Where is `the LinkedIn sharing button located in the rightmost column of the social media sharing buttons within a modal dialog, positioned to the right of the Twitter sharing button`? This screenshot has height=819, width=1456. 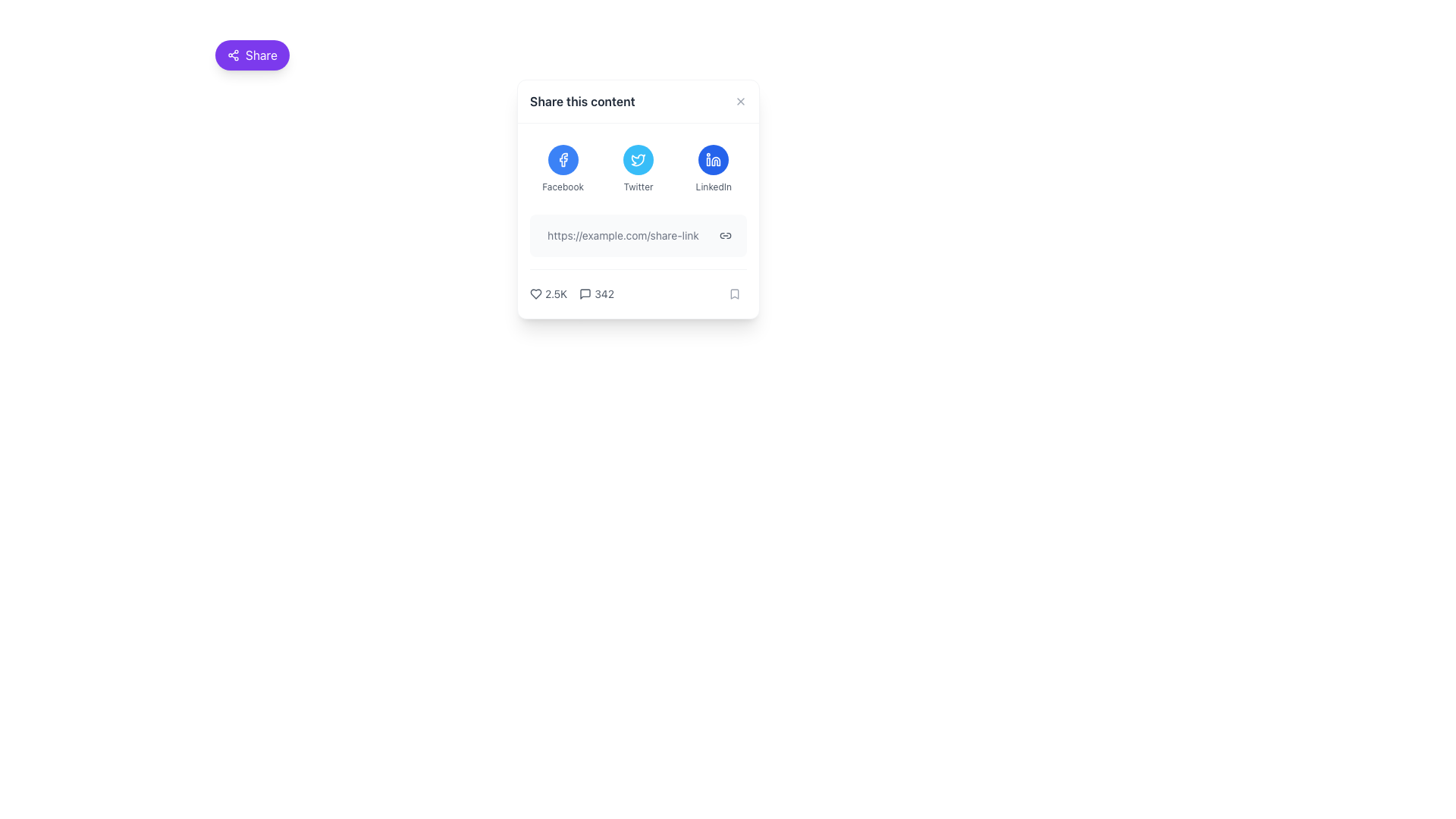 the LinkedIn sharing button located in the rightmost column of the social media sharing buttons within a modal dialog, positioned to the right of the Twitter sharing button is located at coordinates (713, 160).